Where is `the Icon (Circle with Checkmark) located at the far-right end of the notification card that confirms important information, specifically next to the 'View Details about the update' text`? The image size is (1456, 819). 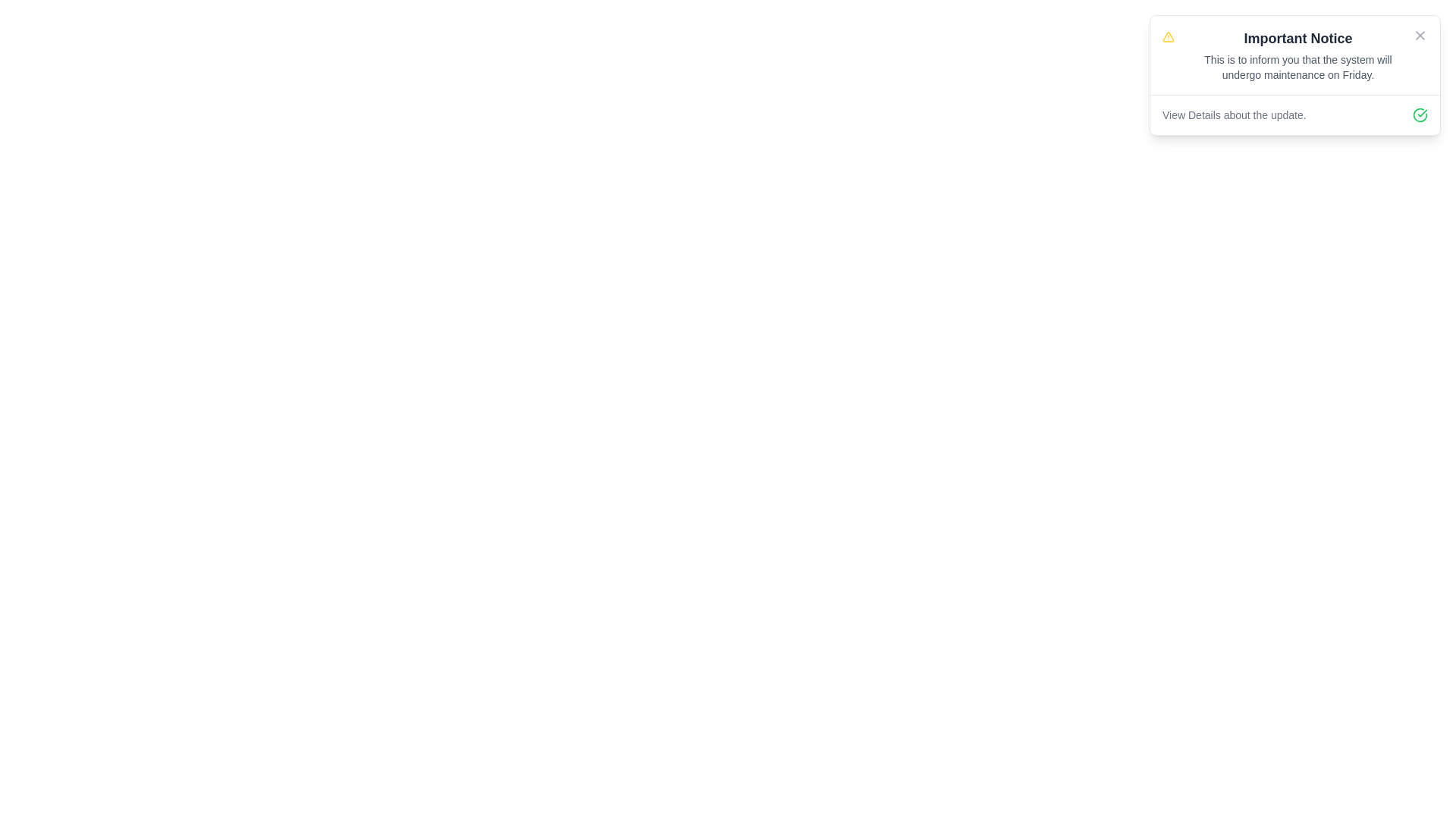 the Icon (Circle with Checkmark) located at the far-right end of the notification card that confirms important information, specifically next to the 'View Details about the update' text is located at coordinates (1419, 114).